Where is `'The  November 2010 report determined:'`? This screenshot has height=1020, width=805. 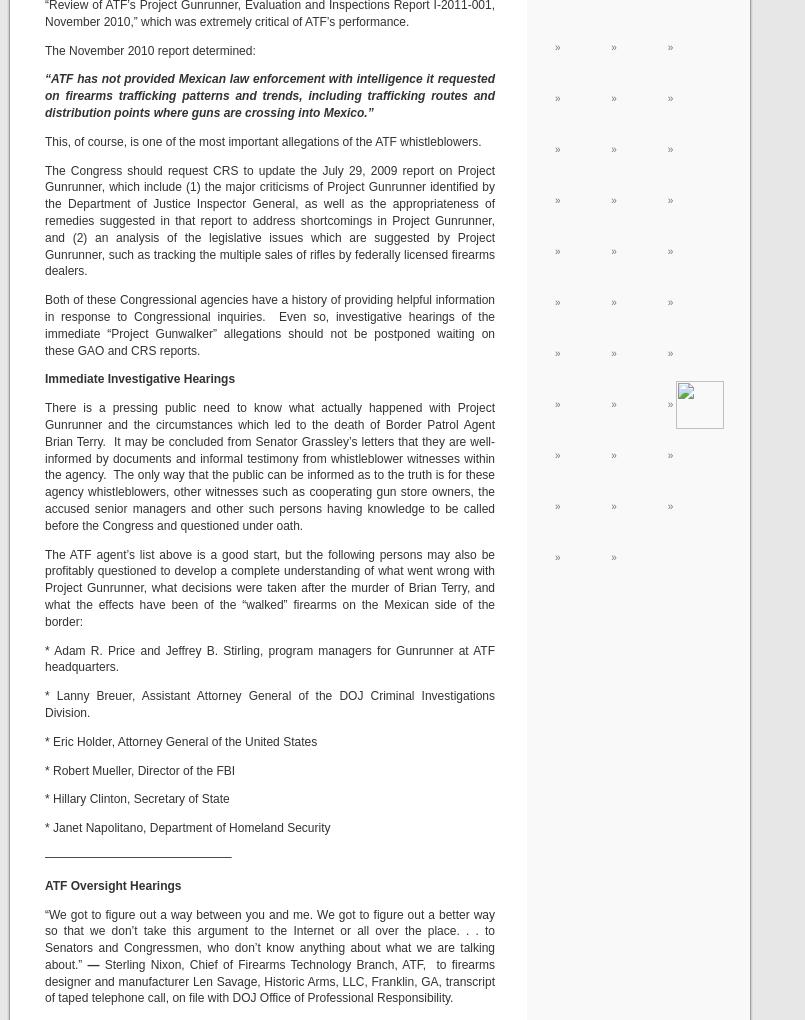 'The  November 2010 report determined:' is located at coordinates (149, 49).